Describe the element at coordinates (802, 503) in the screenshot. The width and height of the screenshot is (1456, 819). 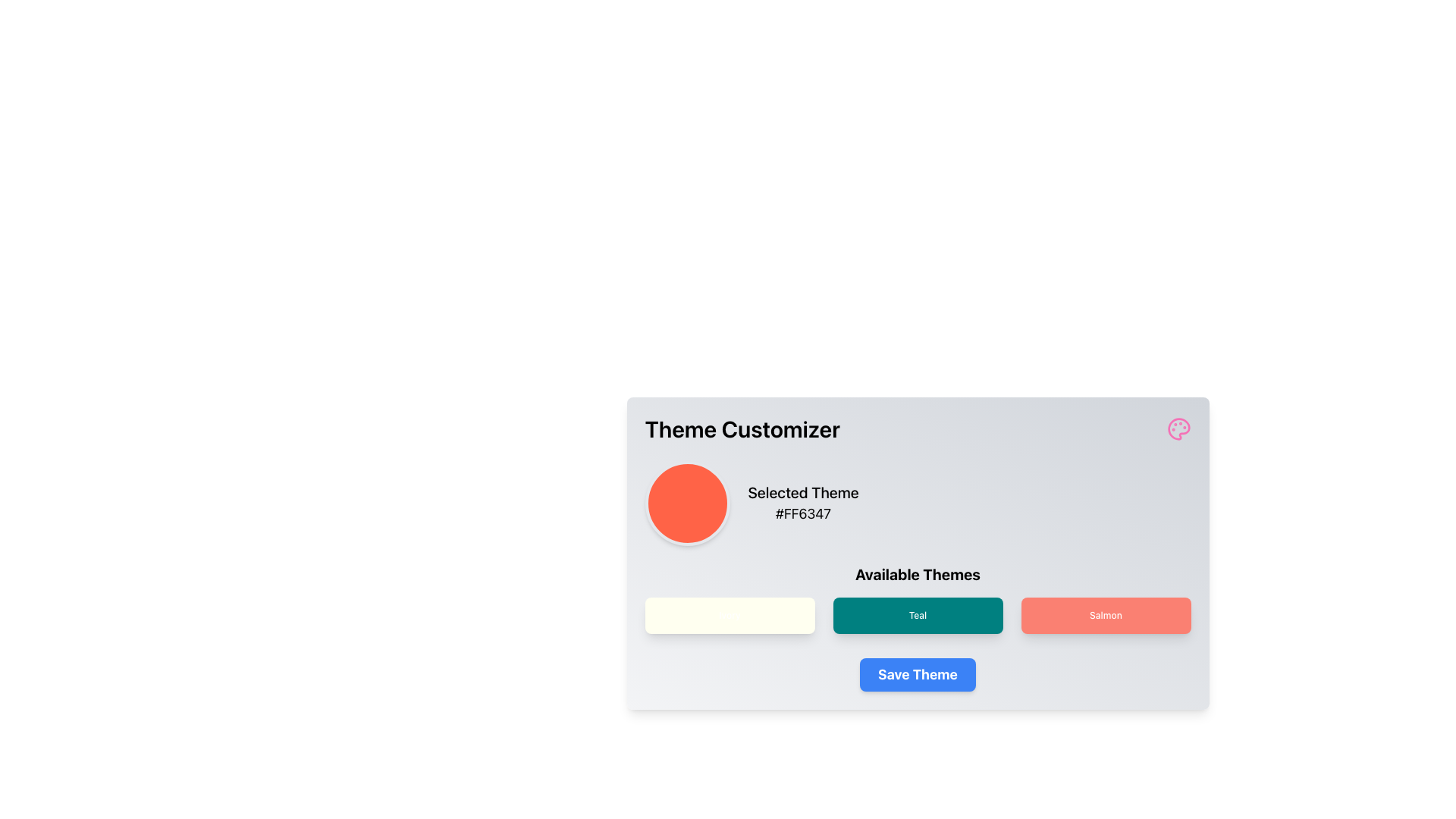
I see `the text label indicating the currently selected theme` at that location.